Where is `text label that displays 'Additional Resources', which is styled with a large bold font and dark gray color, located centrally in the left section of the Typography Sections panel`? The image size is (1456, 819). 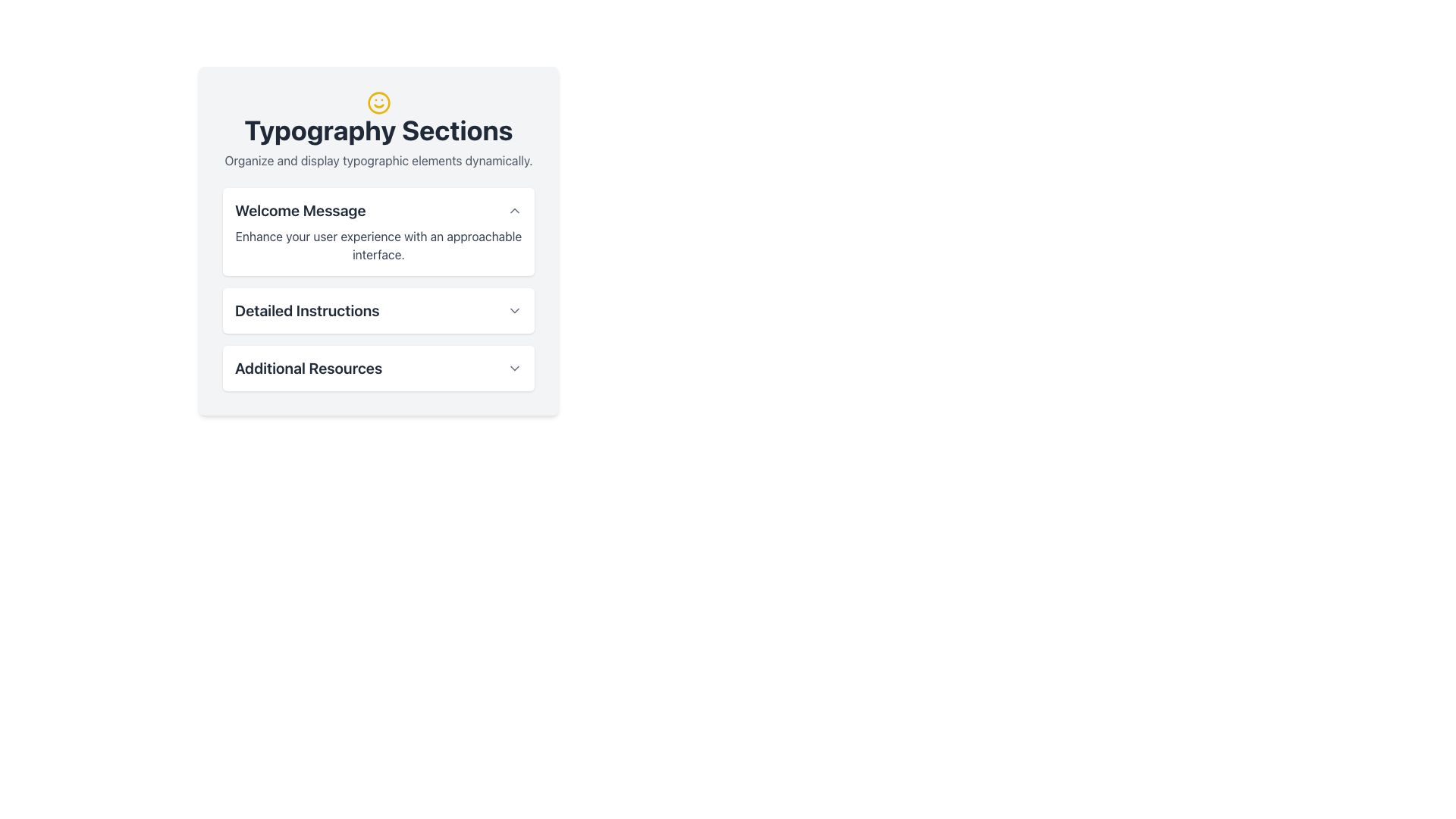
text label that displays 'Additional Resources', which is styled with a large bold font and dark gray color, located centrally in the left section of the Typography Sections panel is located at coordinates (308, 369).